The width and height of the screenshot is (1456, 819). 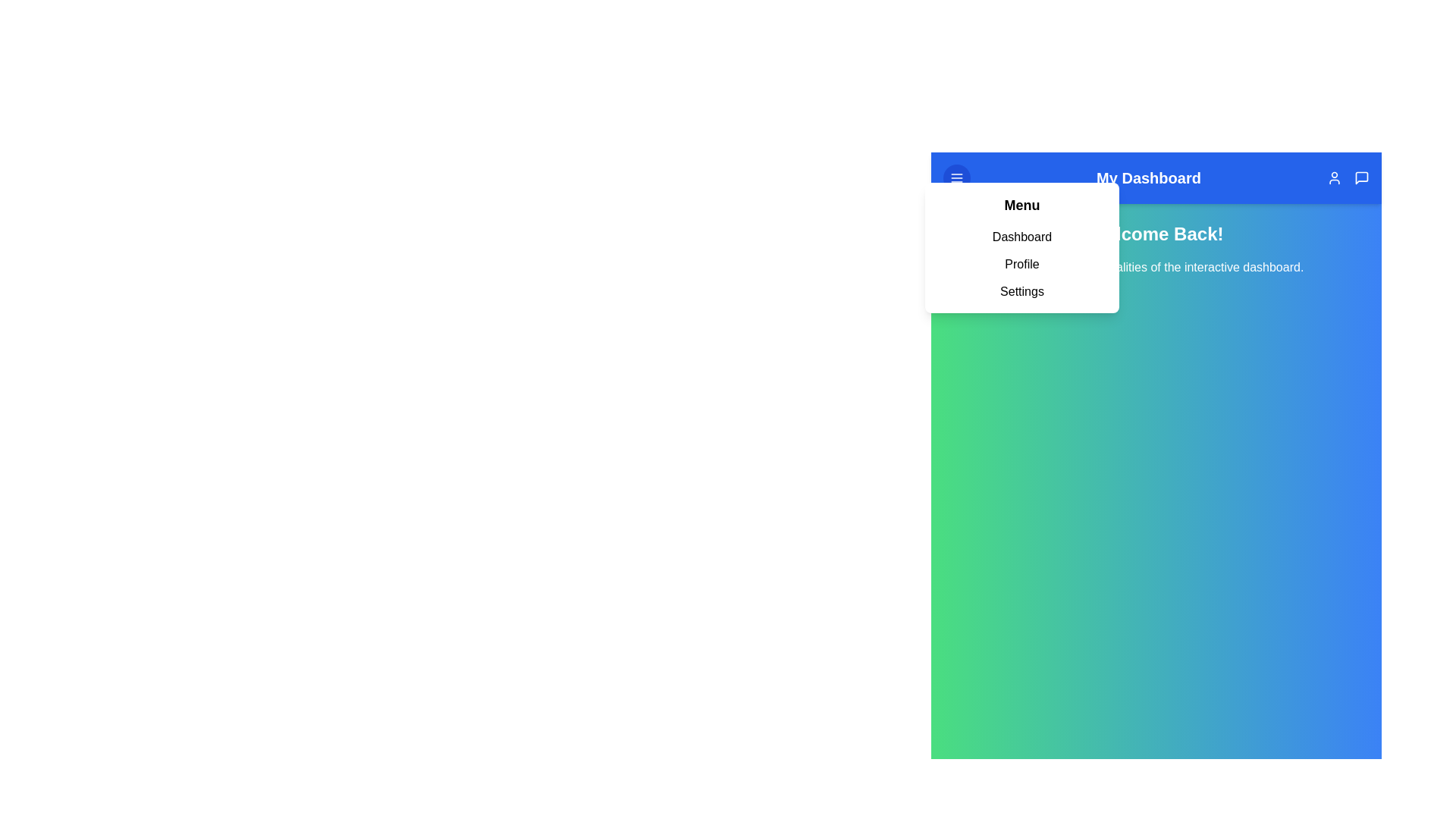 What do you see at coordinates (1022, 263) in the screenshot?
I see `the menu option Profile from the menu` at bounding box center [1022, 263].